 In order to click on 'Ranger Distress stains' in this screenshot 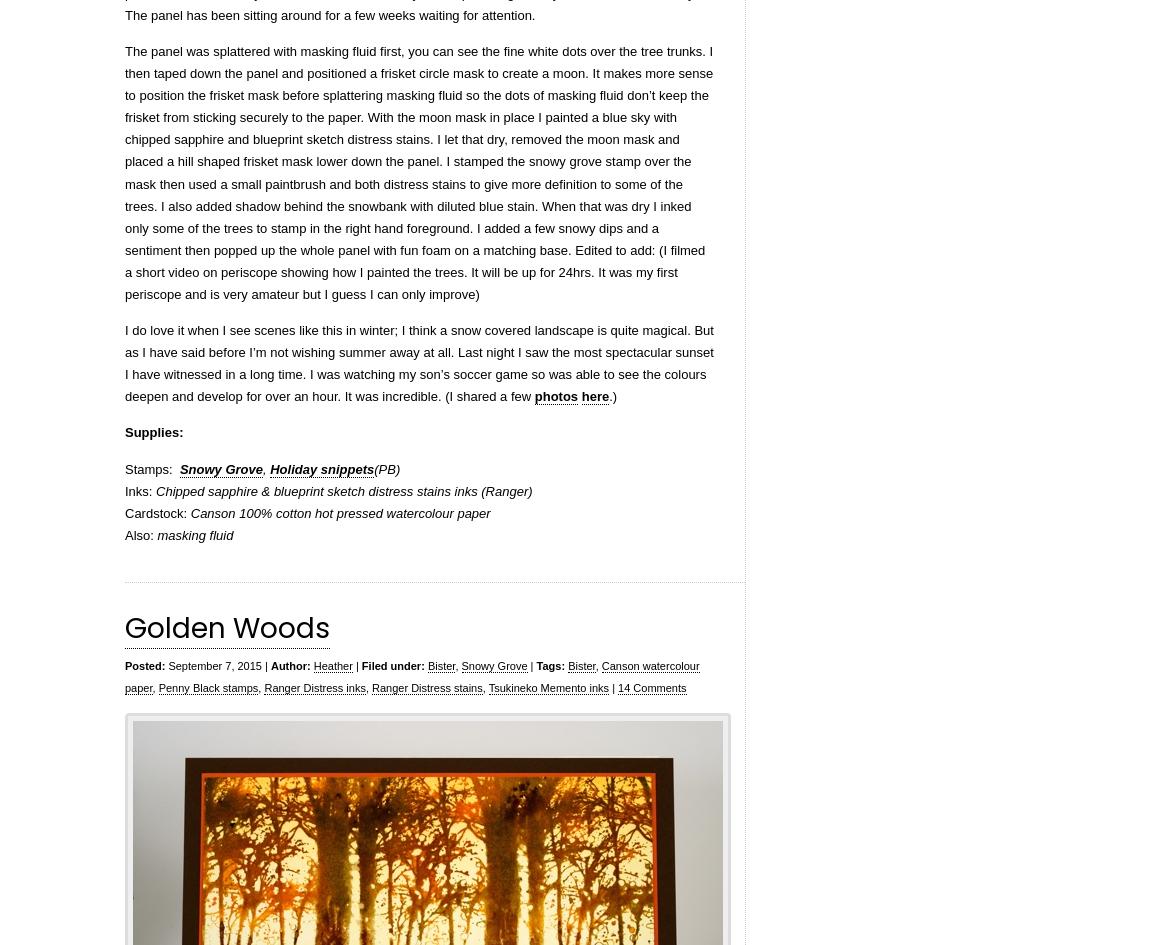, I will do `click(426, 687)`.